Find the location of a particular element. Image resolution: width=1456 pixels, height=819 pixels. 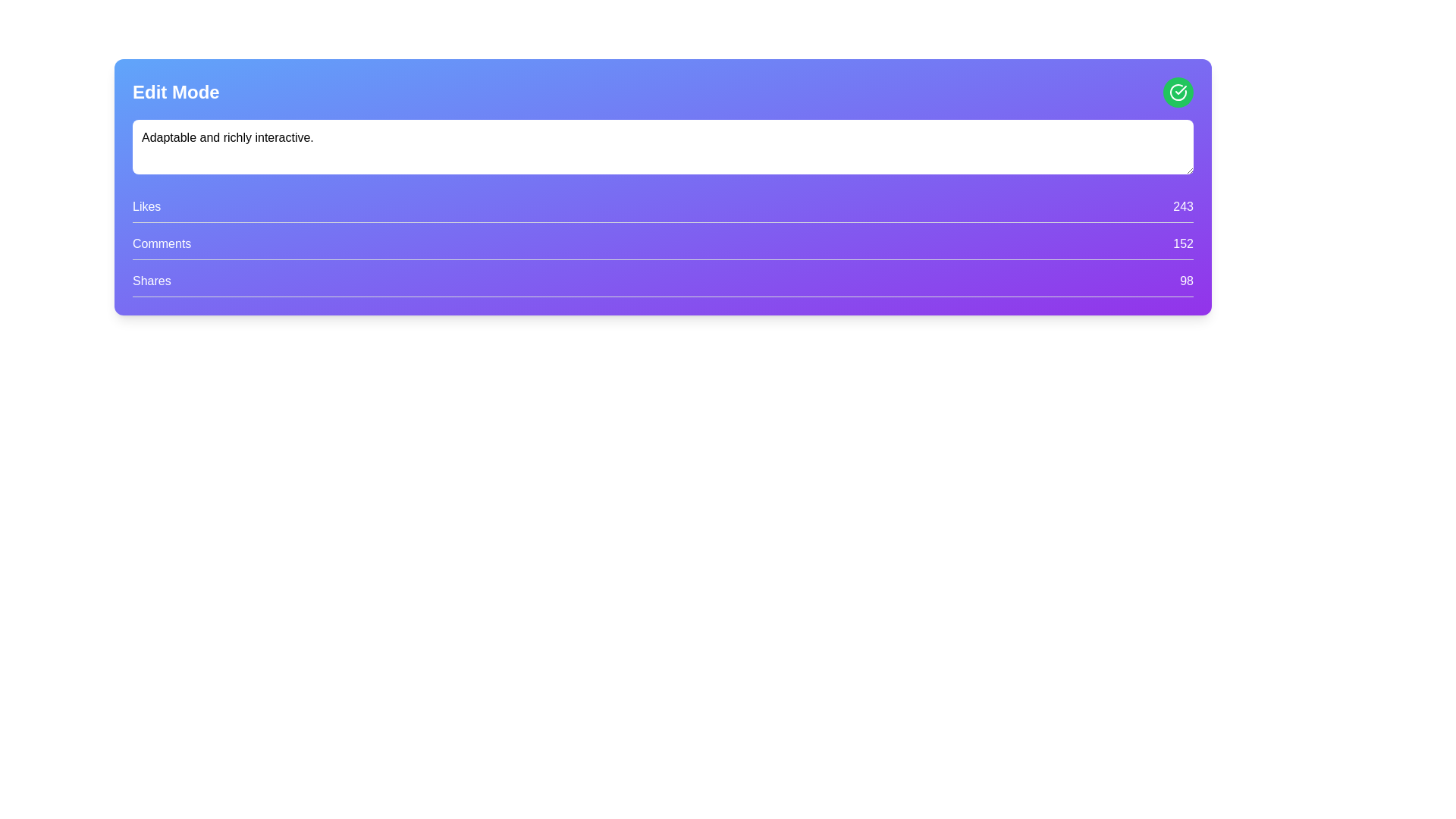

the 'Likes' static label that indicates the number of likes associated with the content is located at coordinates (146, 207).